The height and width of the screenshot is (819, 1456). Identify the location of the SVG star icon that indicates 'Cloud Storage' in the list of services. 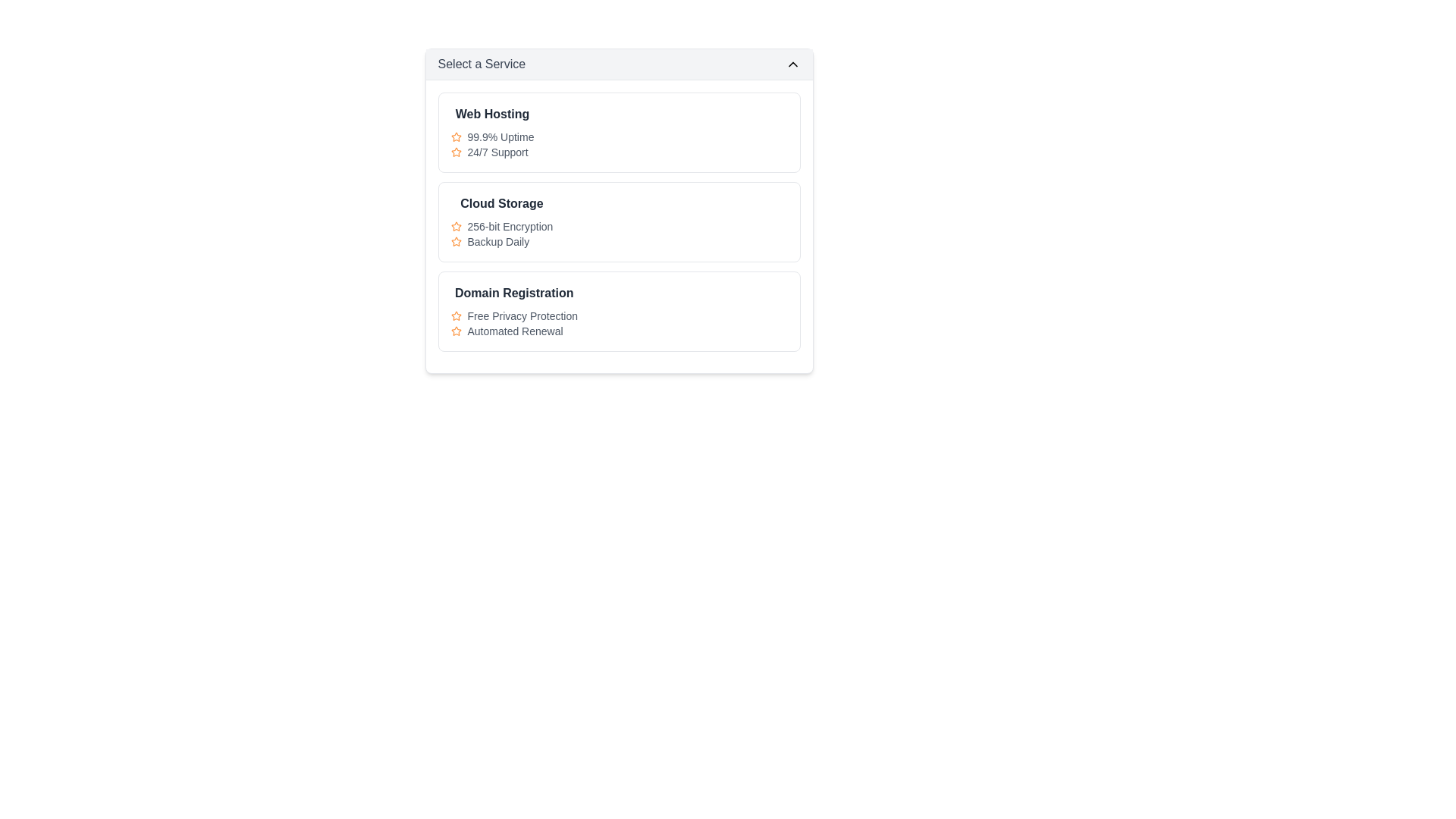
(455, 226).